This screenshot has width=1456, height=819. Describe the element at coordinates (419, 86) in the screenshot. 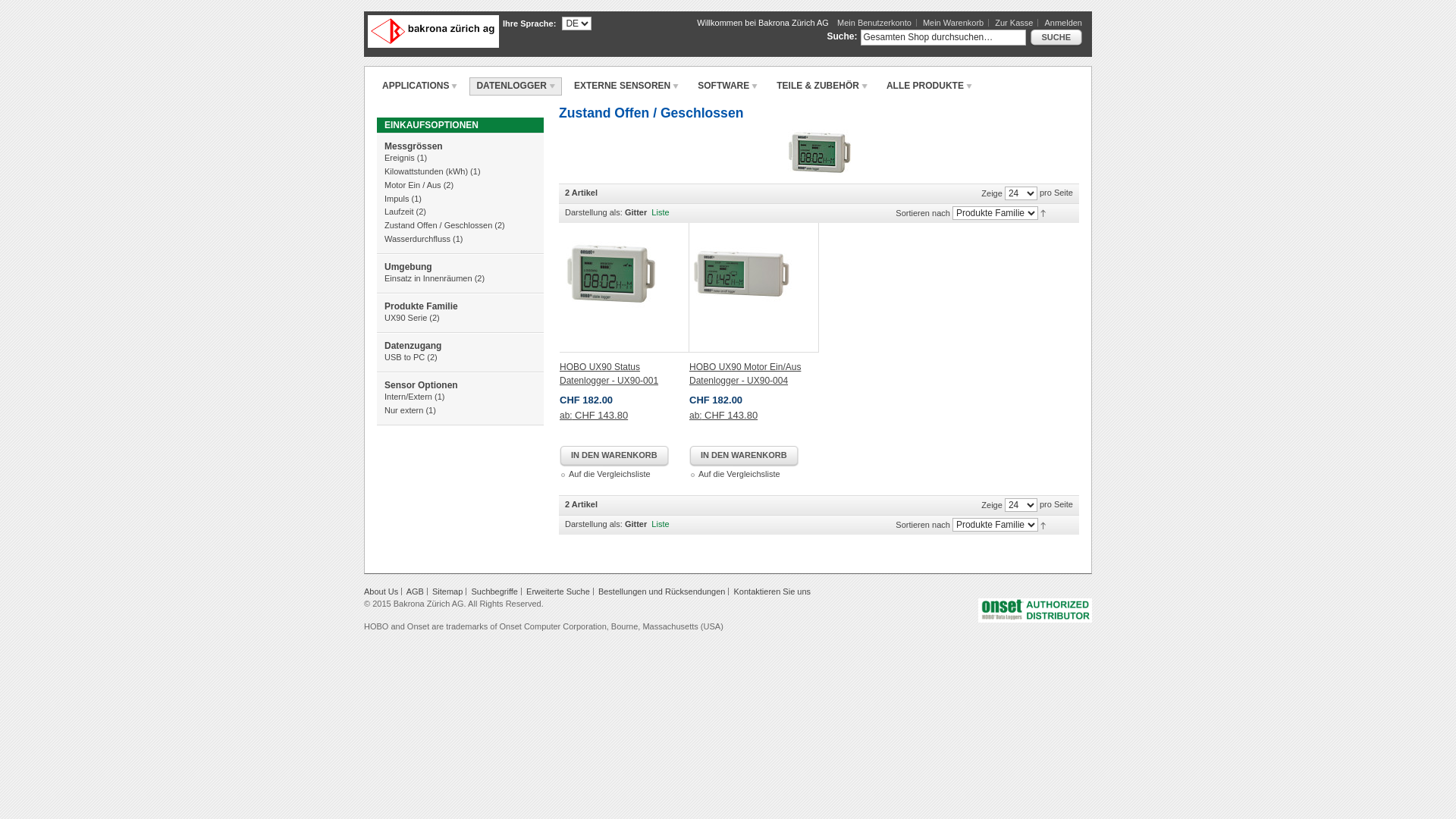

I see `'APPLICATIONS'` at that location.